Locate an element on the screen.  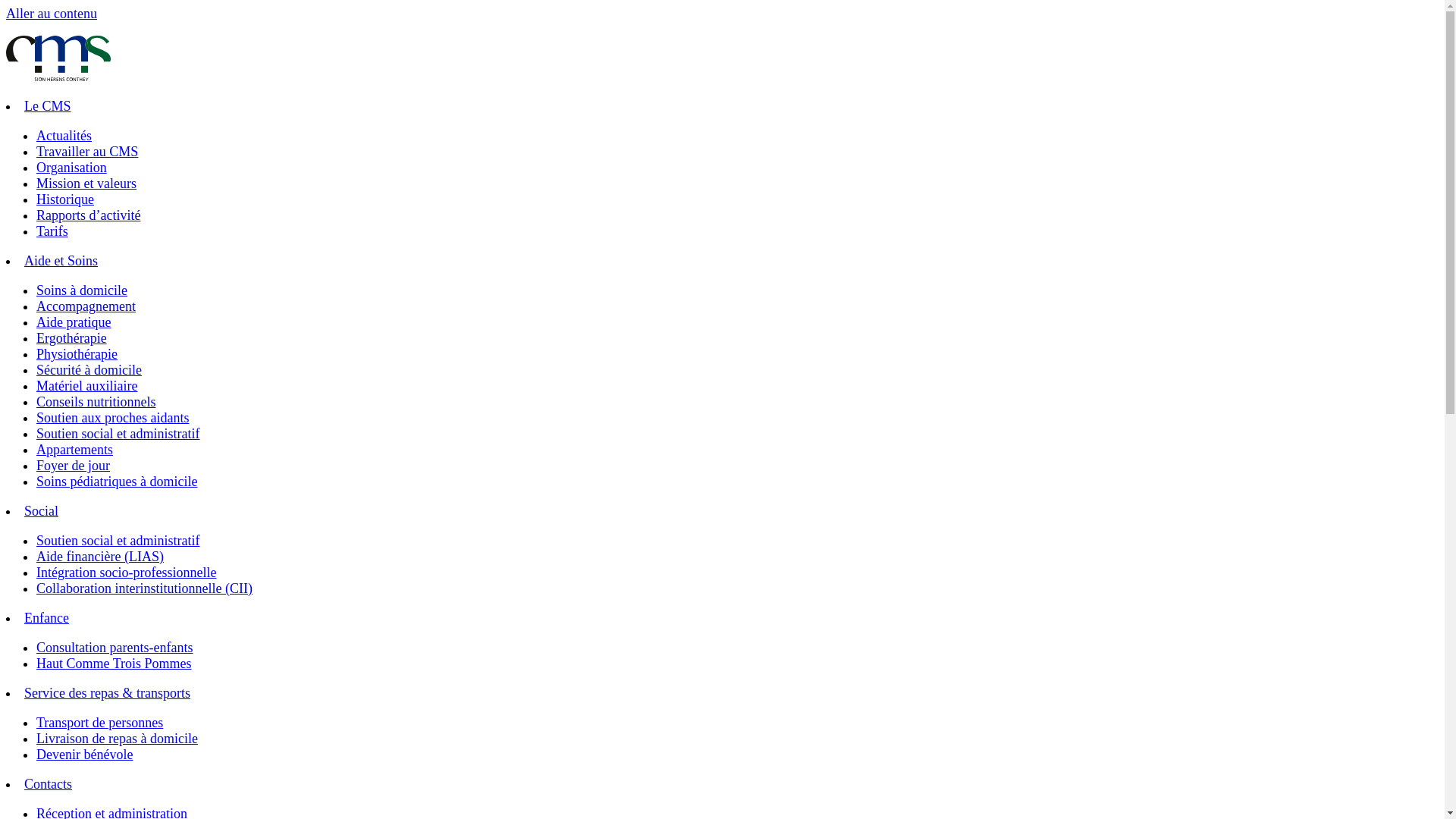
'Aide pratique' is located at coordinates (72, 321).